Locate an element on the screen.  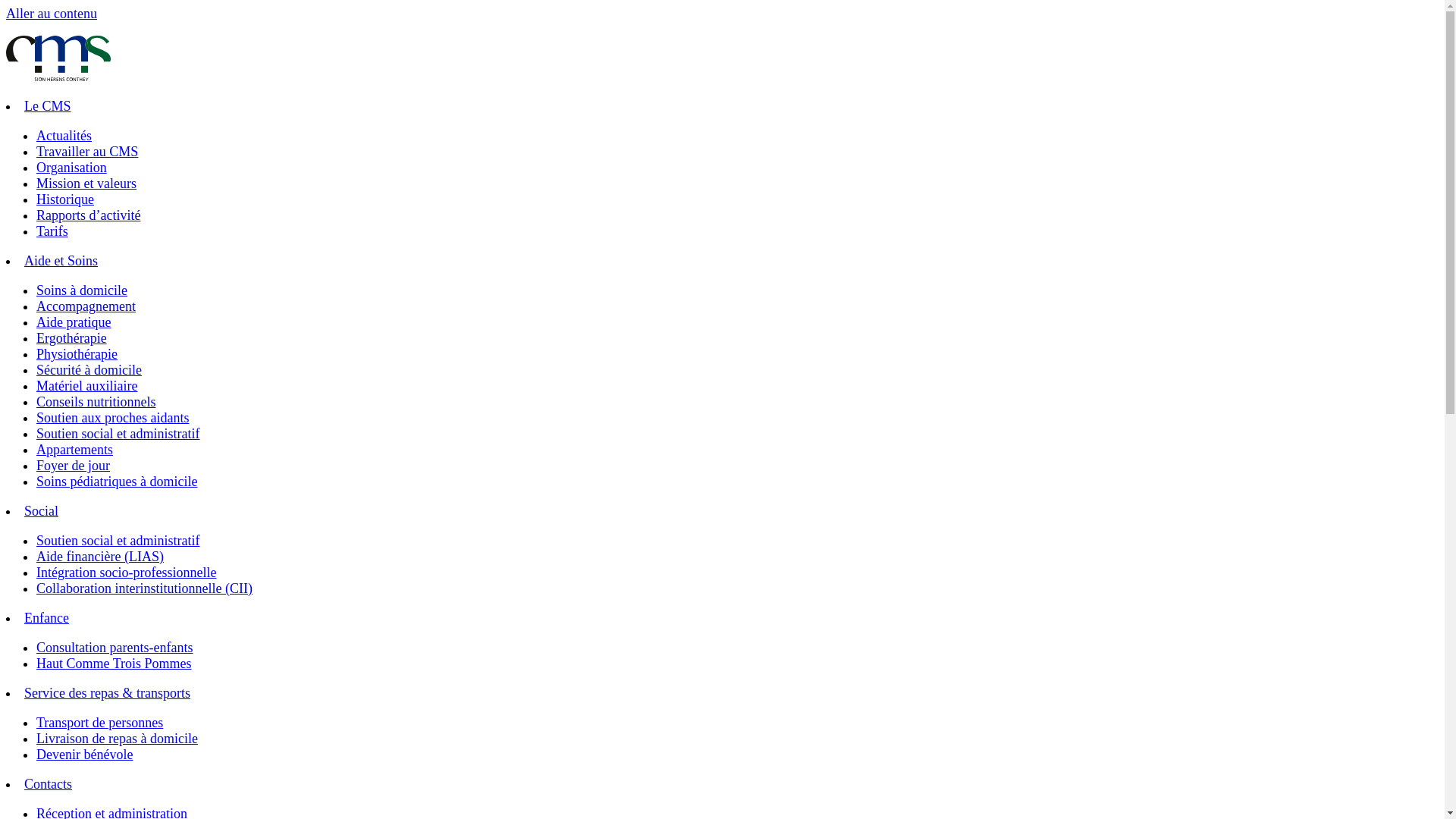
'Aide pratique' is located at coordinates (72, 321).